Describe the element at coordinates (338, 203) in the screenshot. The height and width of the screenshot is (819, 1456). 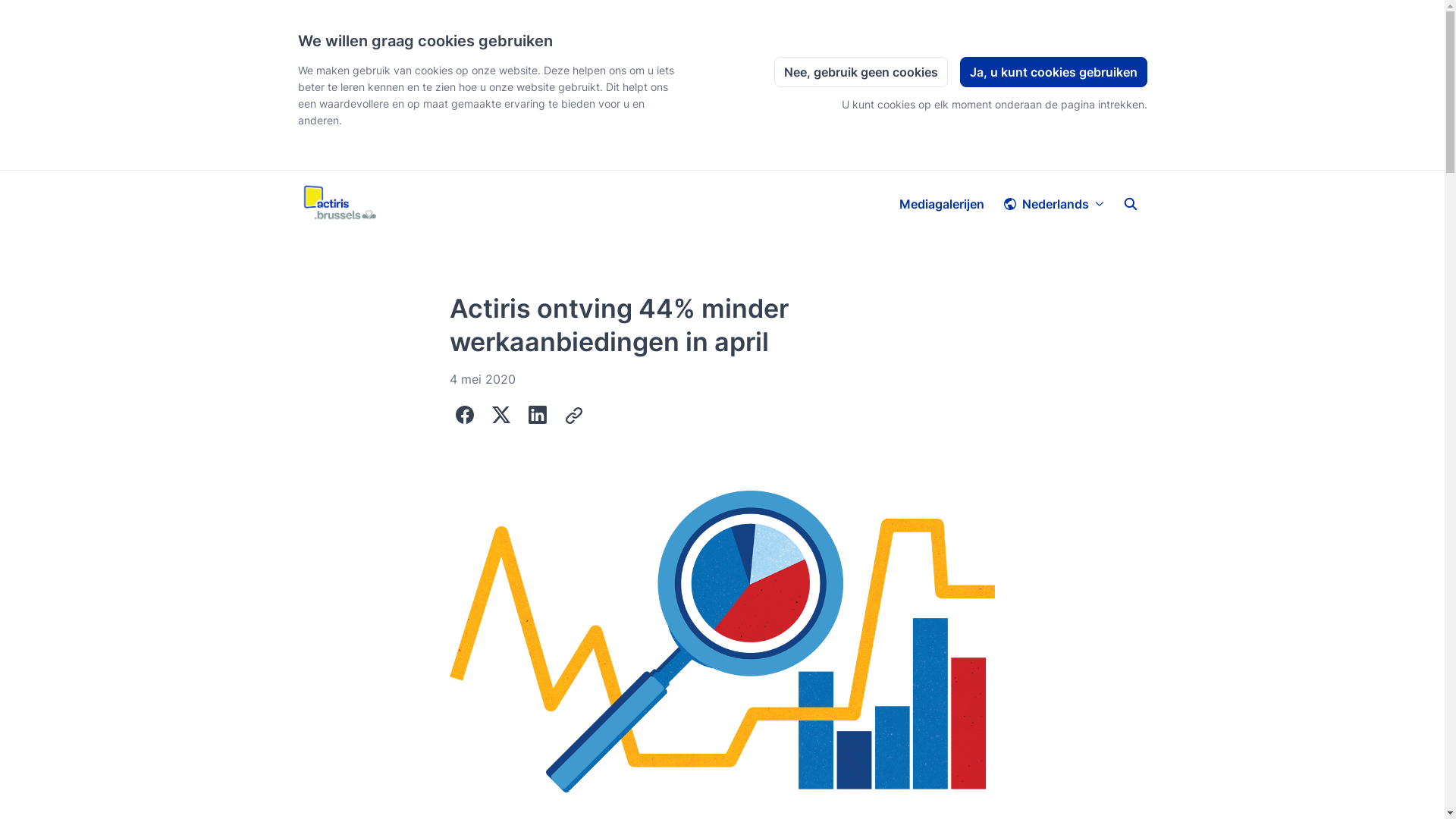
I see `'ACTIRIS'` at that location.